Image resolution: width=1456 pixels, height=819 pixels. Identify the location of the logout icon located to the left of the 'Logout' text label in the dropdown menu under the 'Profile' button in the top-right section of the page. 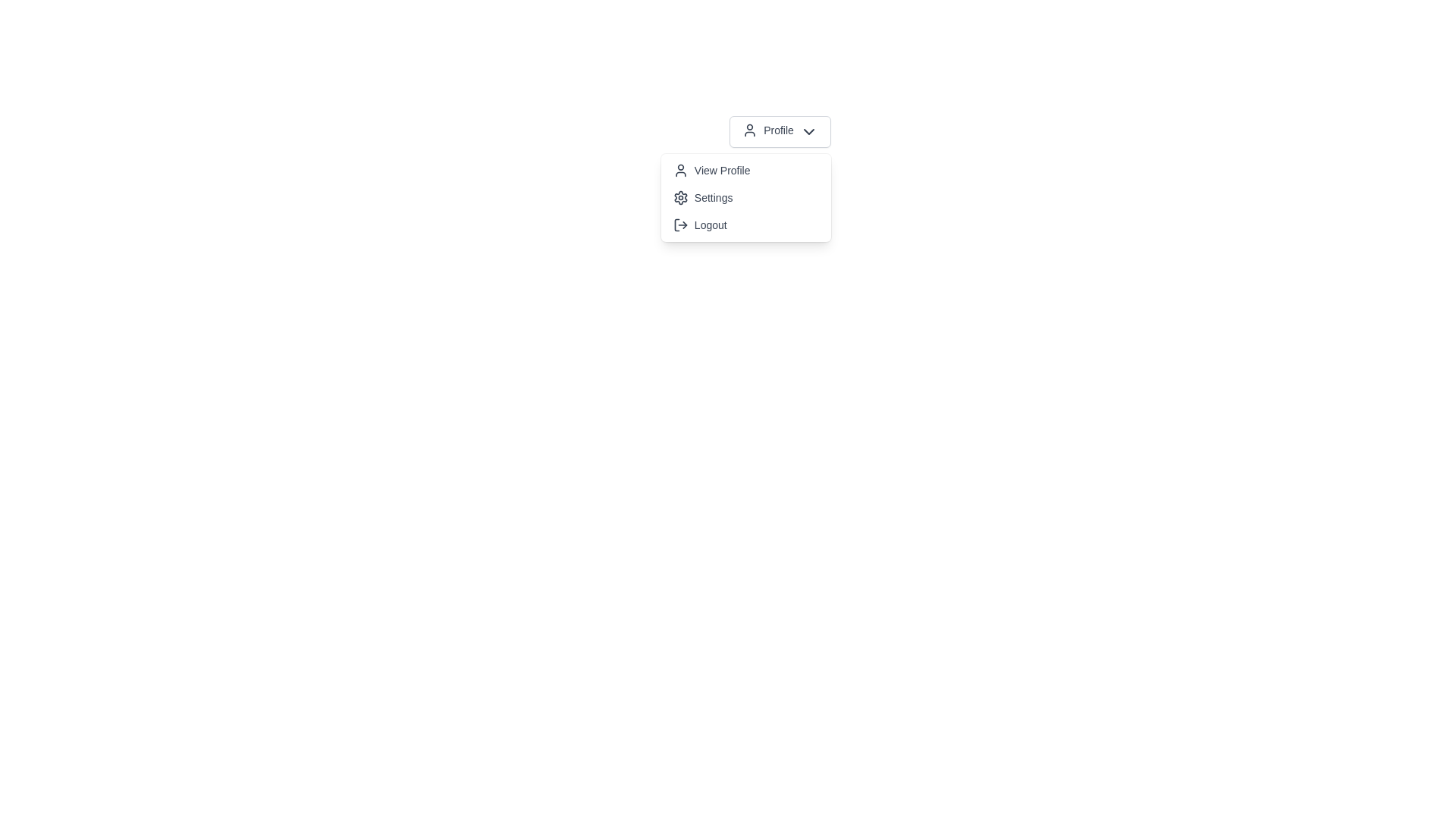
(679, 225).